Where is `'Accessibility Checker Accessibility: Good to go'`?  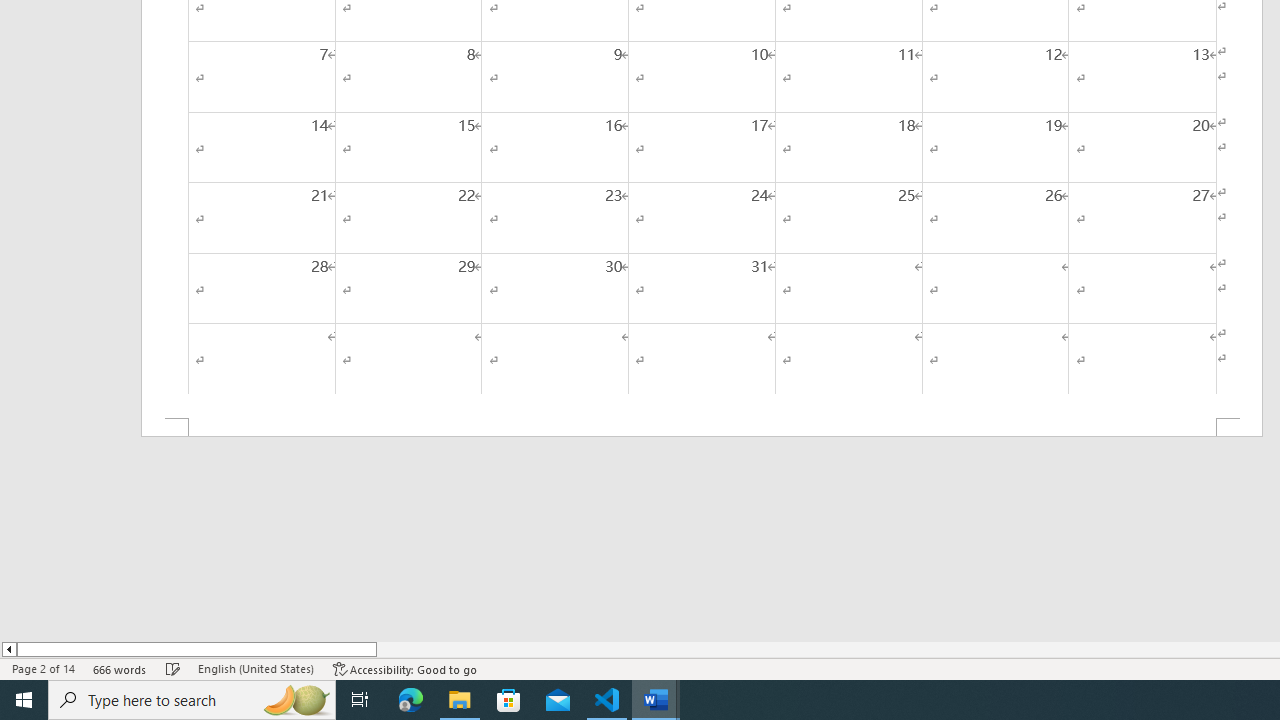
'Accessibility Checker Accessibility: Good to go' is located at coordinates (404, 669).